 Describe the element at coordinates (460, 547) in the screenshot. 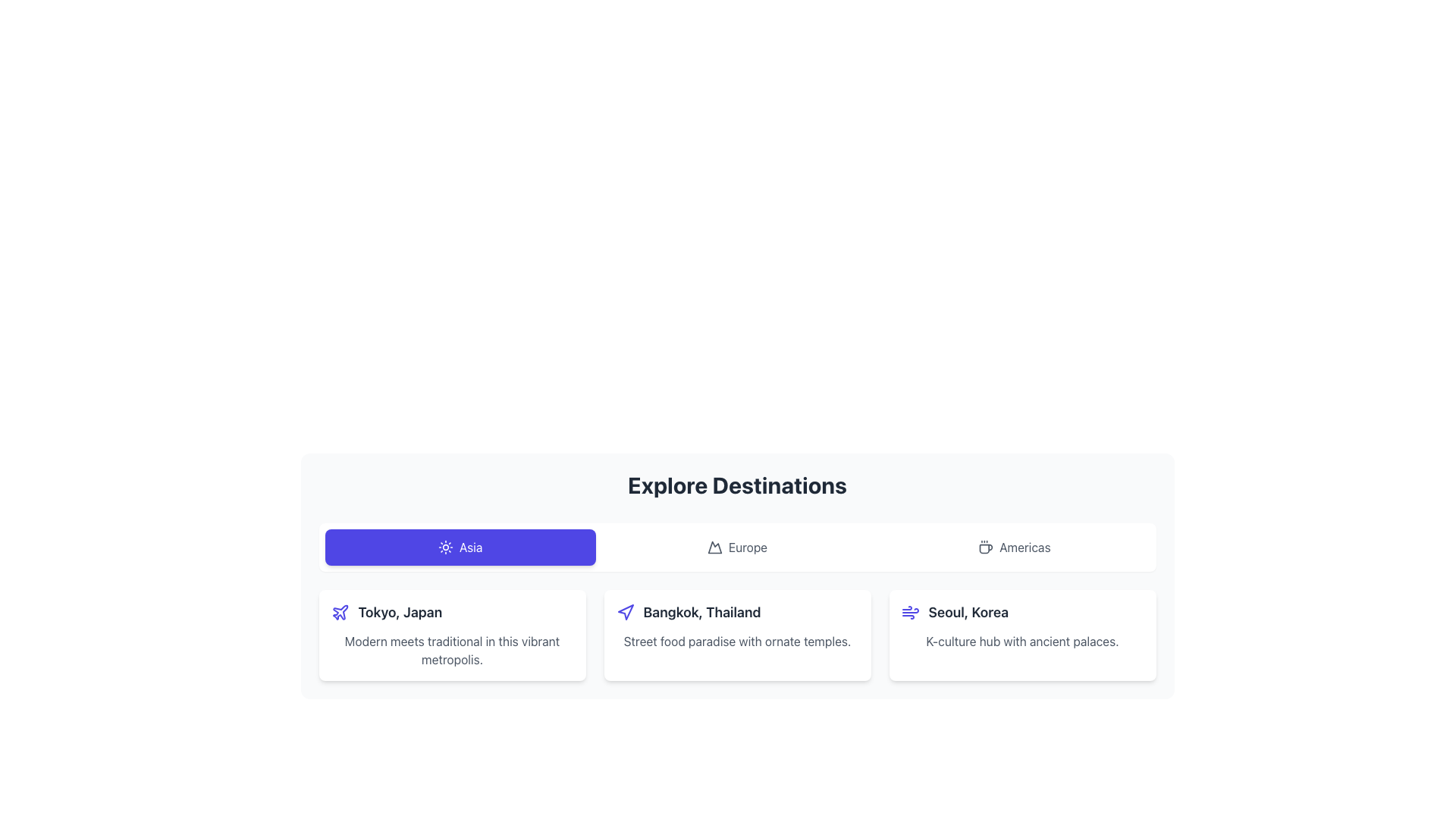

I see `the rectangular button with a rounded border, purple background, white sun icon, and the text 'Asia'` at that location.